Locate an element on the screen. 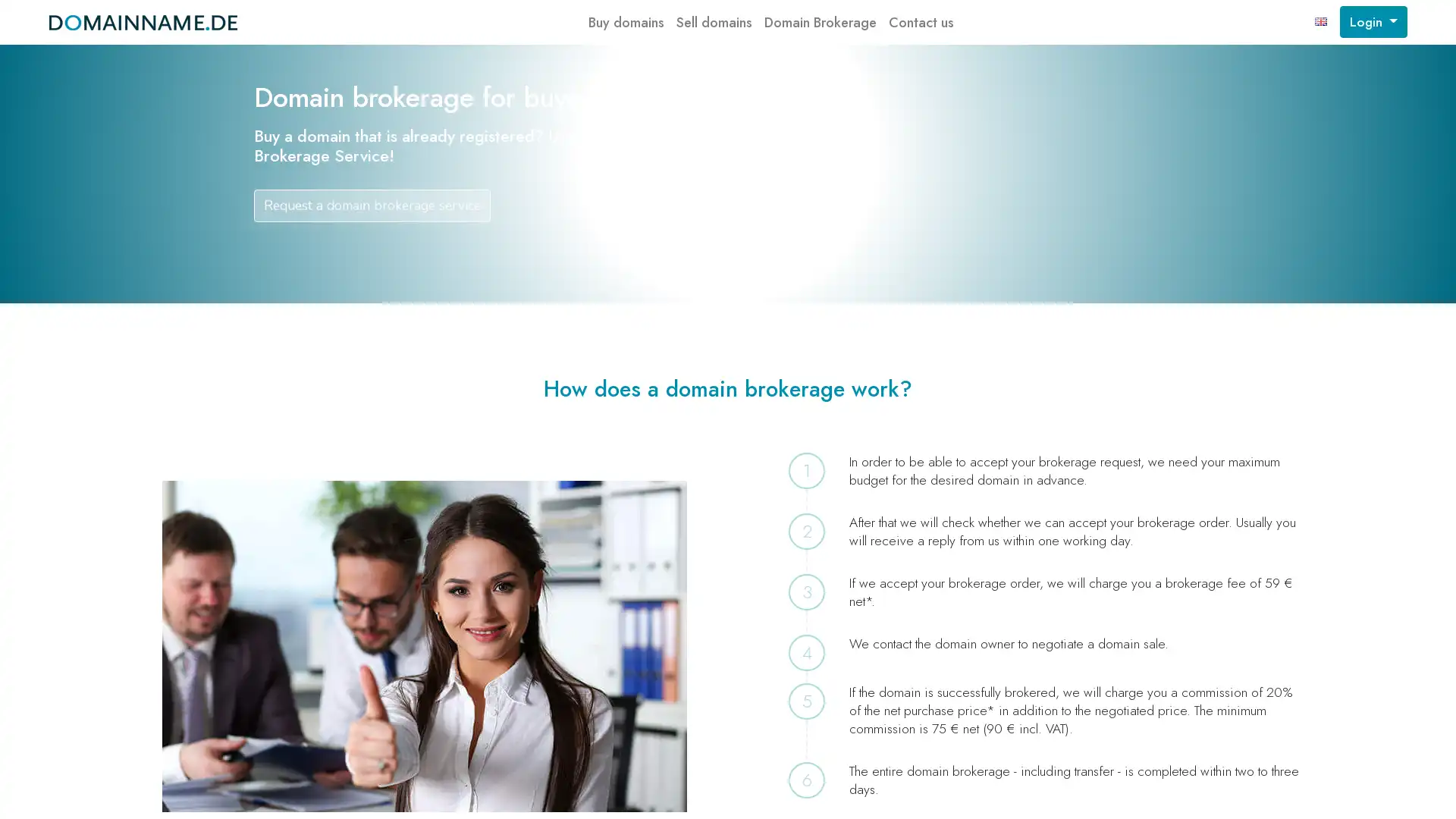 The height and width of the screenshot is (819, 1456). Login is located at coordinates (1373, 22).